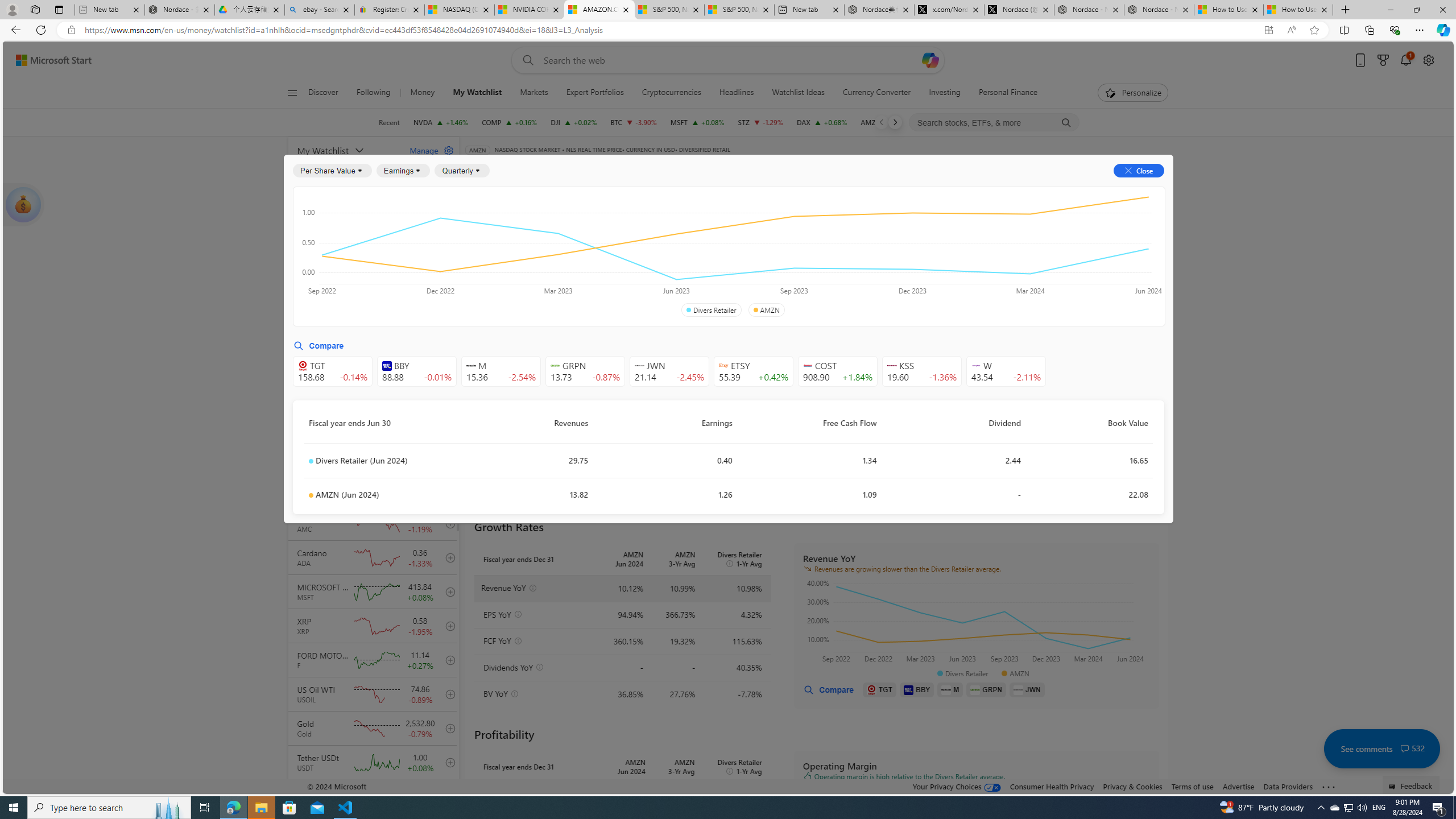 Image resolution: width=1456 pixels, height=819 pixels. What do you see at coordinates (1019, 9) in the screenshot?
I see `'Nordace (@NordaceOfficial) / X'` at bounding box center [1019, 9].